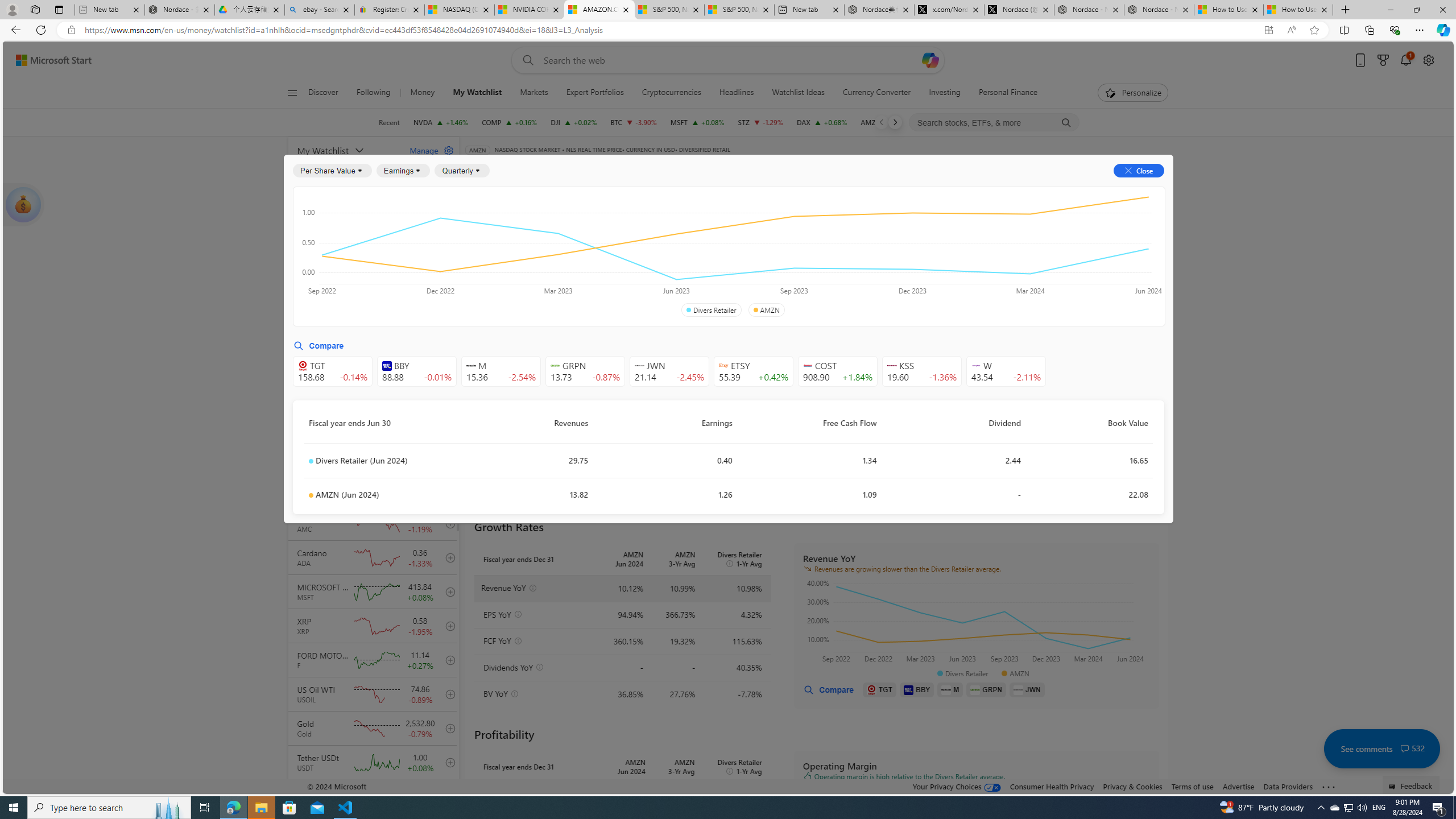 Image resolution: width=1456 pixels, height=819 pixels. What do you see at coordinates (1019, 9) in the screenshot?
I see `'Nordace (@NordaceOfficial) / X'` at bounding box center [1019, 9].